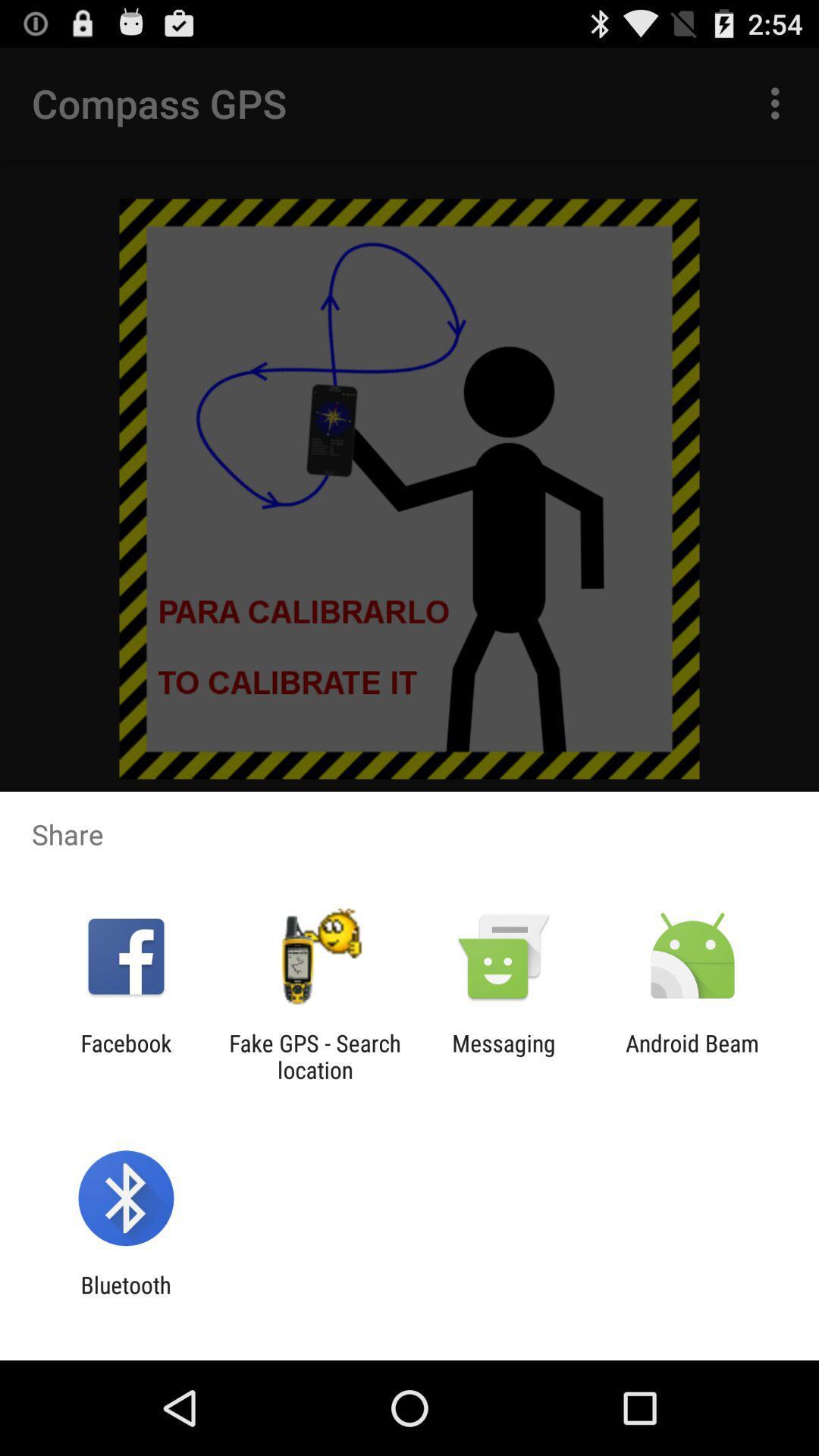 This screenshot has height=1456, width=819. I want to click on the fake gps search app, so click(314, 1056).